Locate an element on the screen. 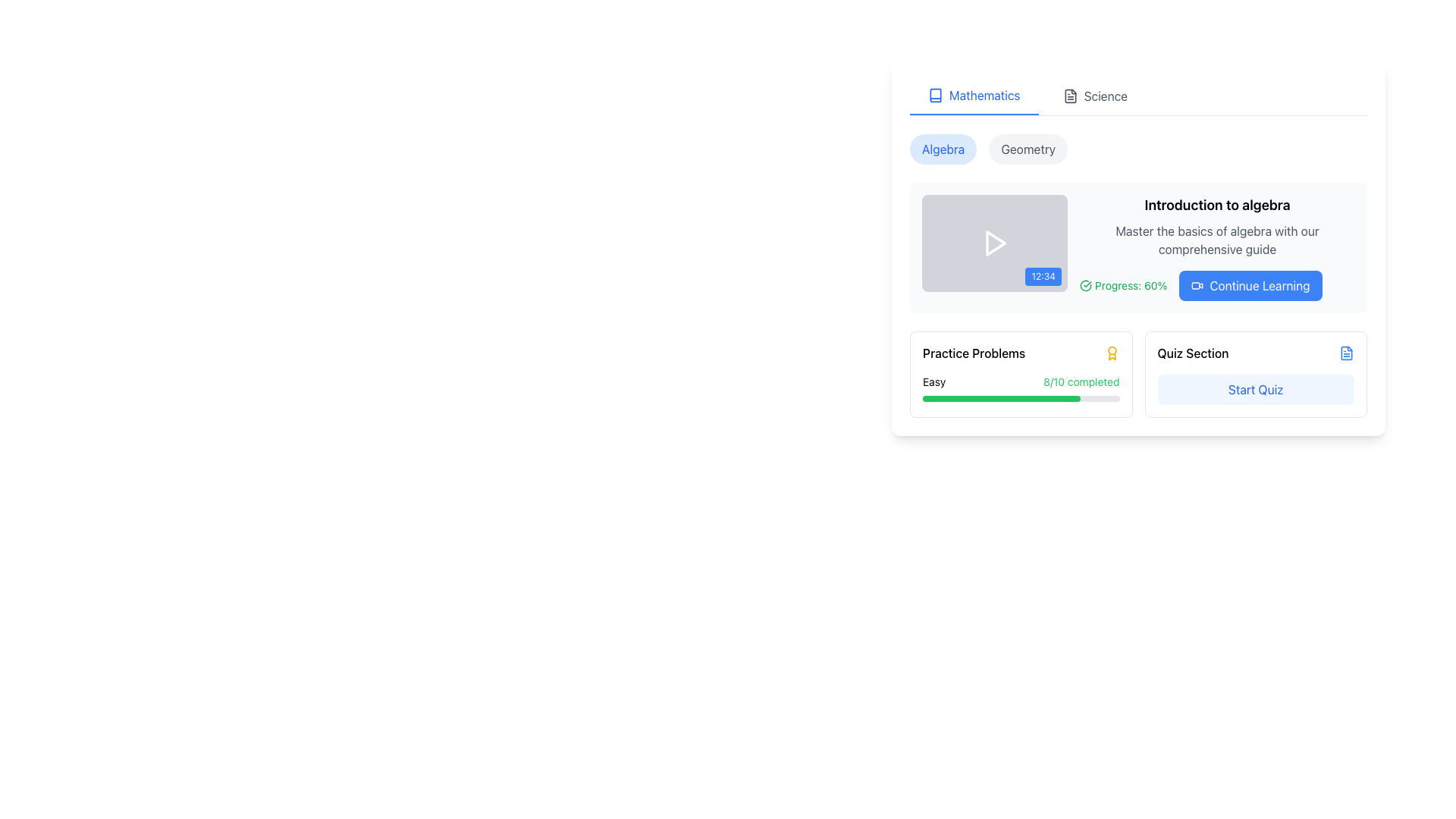 The image size is (1456, 819). the video thumbnail with a play button overlay to potentially see additional options is located at coordinates (994, 242).